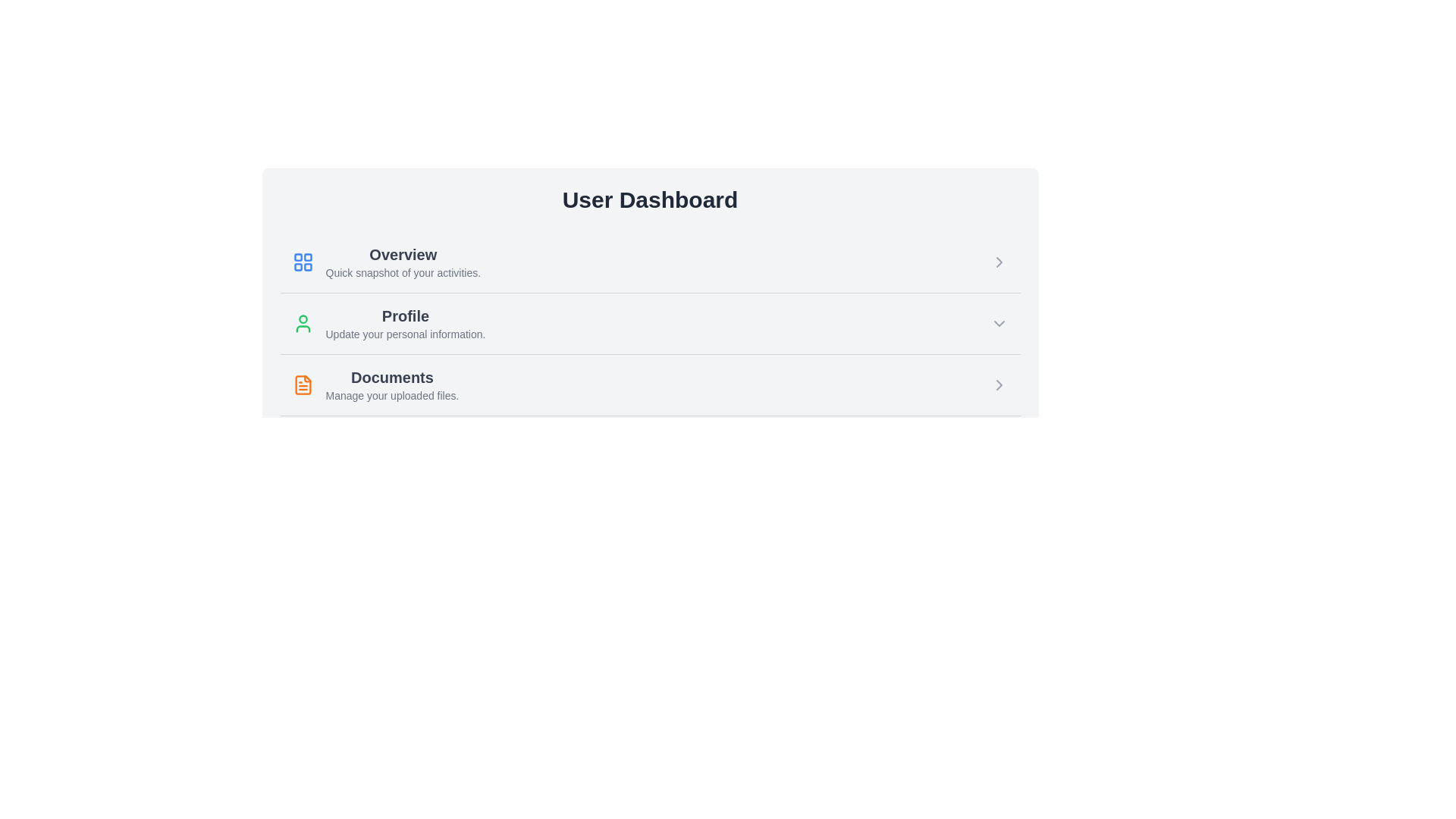 The image size is (1456, 819). What do you see at coordinates (386, 262) in the screenshot?
I see `the 'Overview' navigation option` at bounding box center [386, 262].